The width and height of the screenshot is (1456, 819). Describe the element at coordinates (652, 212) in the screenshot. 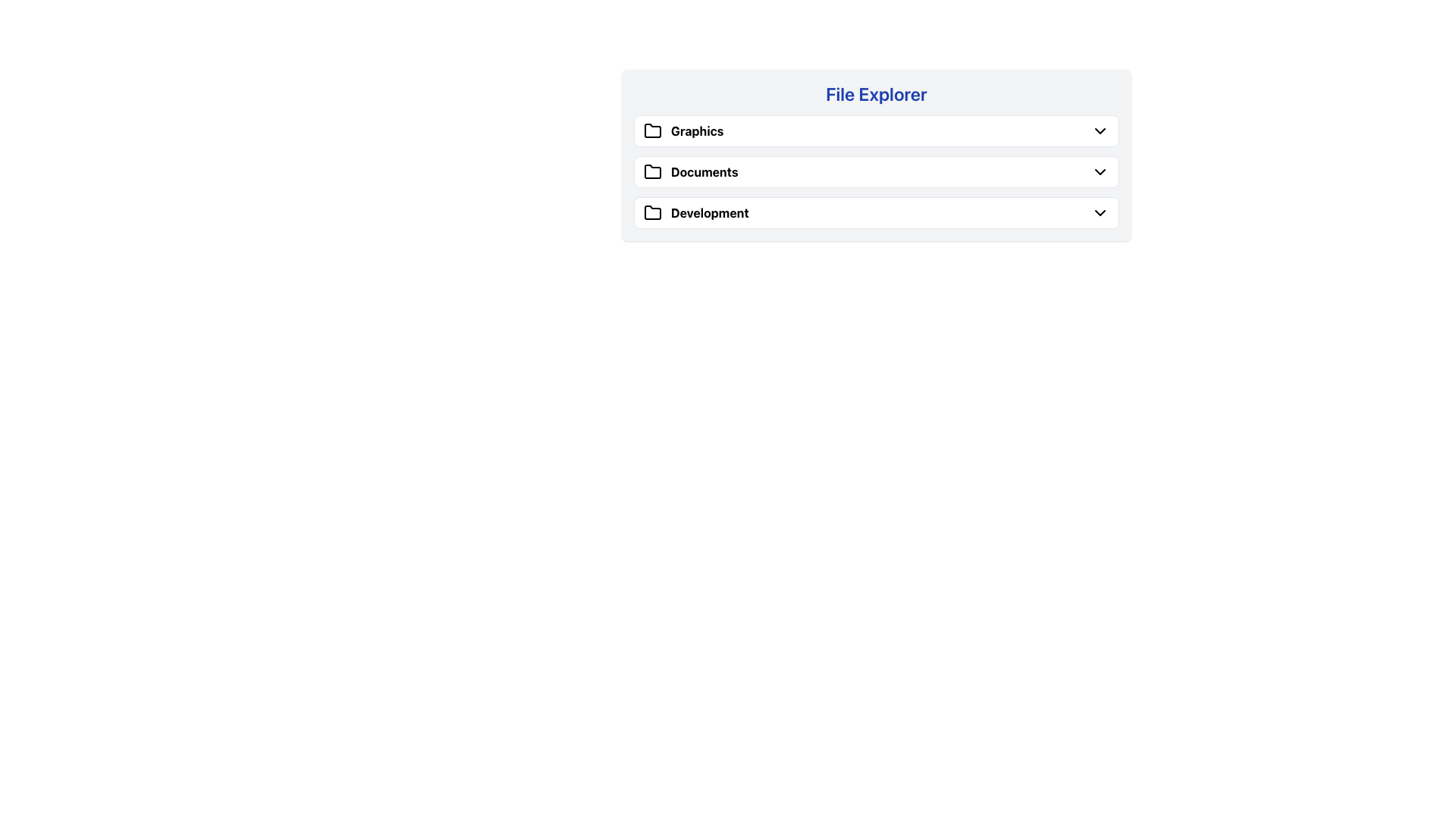

I see `the folder icon, represented as a rectangular shape with an extended flap at the top-left corner` at that location.